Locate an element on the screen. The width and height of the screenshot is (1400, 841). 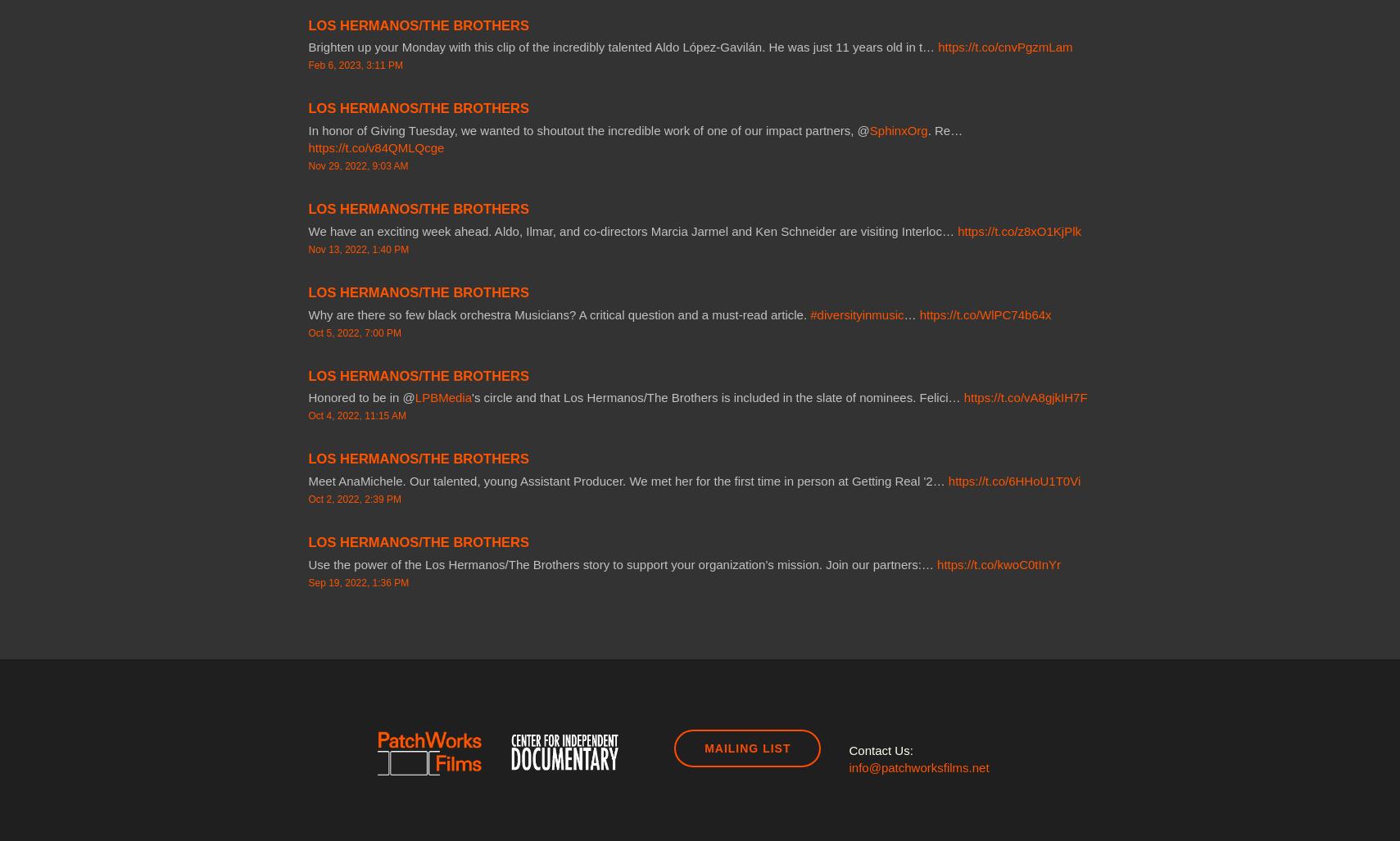
'Sep 19, 2022, 1:36 PM' is located at coordinates (357, 581).